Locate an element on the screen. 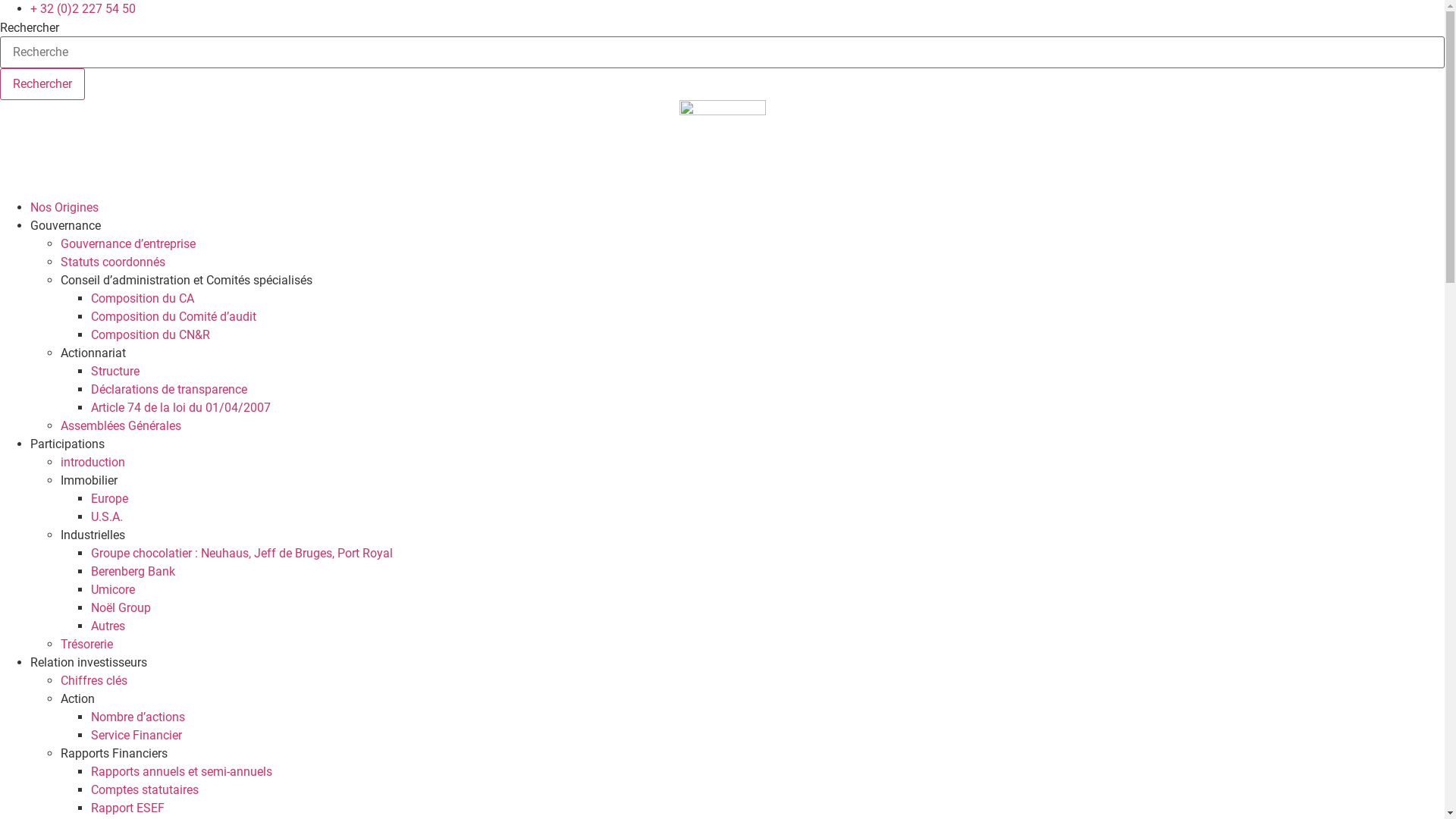 This screenshot has width=1456, height=819. 'Rapport ESEF' is located at coordinates (90, 807).